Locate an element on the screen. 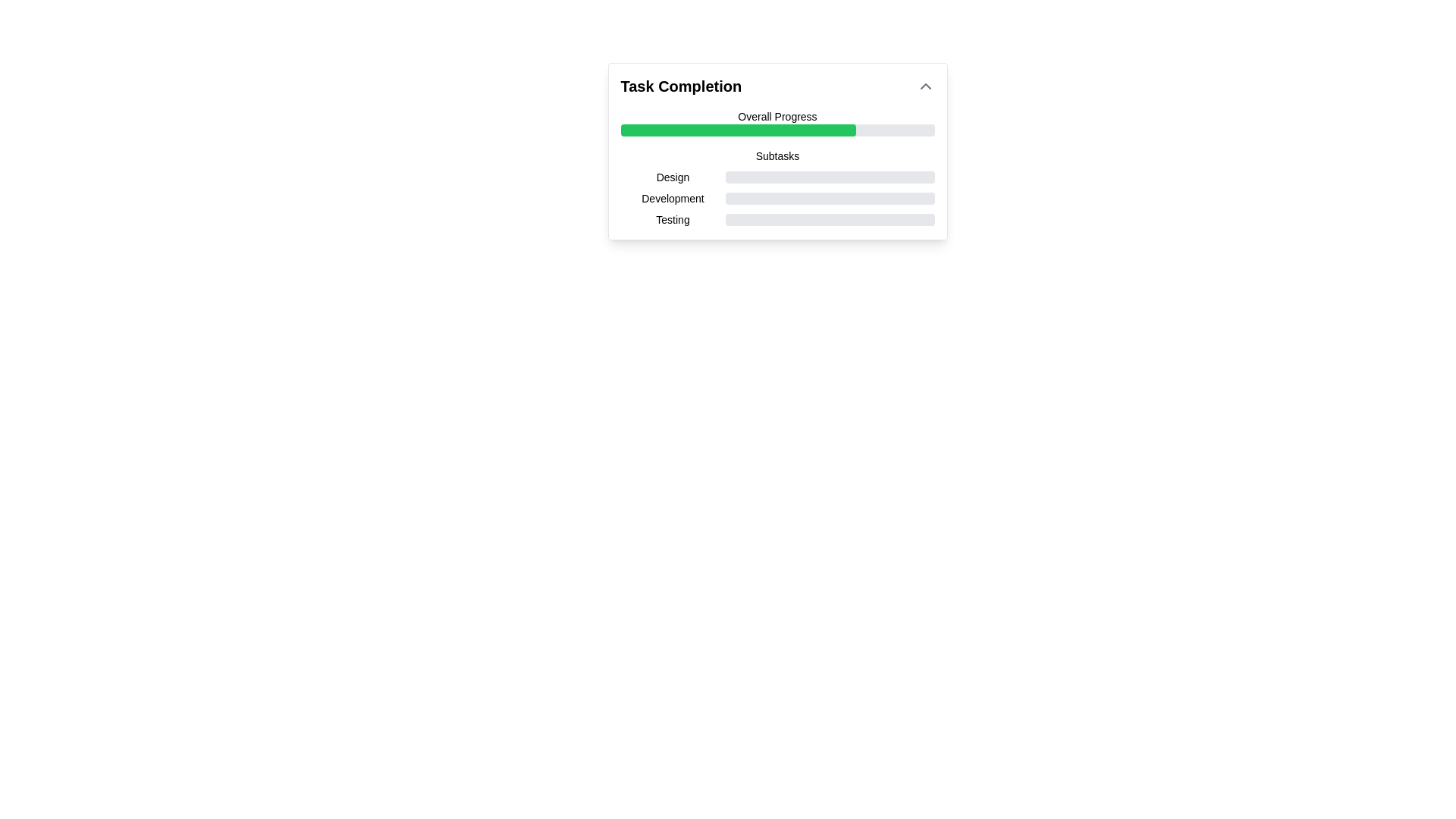 This screenshot has width=1456, height=819. the active progress bar segment representing 84% completion within the 'Task Completion' UI card under the 'Subtasks' section is located at coordinates (812, 219).